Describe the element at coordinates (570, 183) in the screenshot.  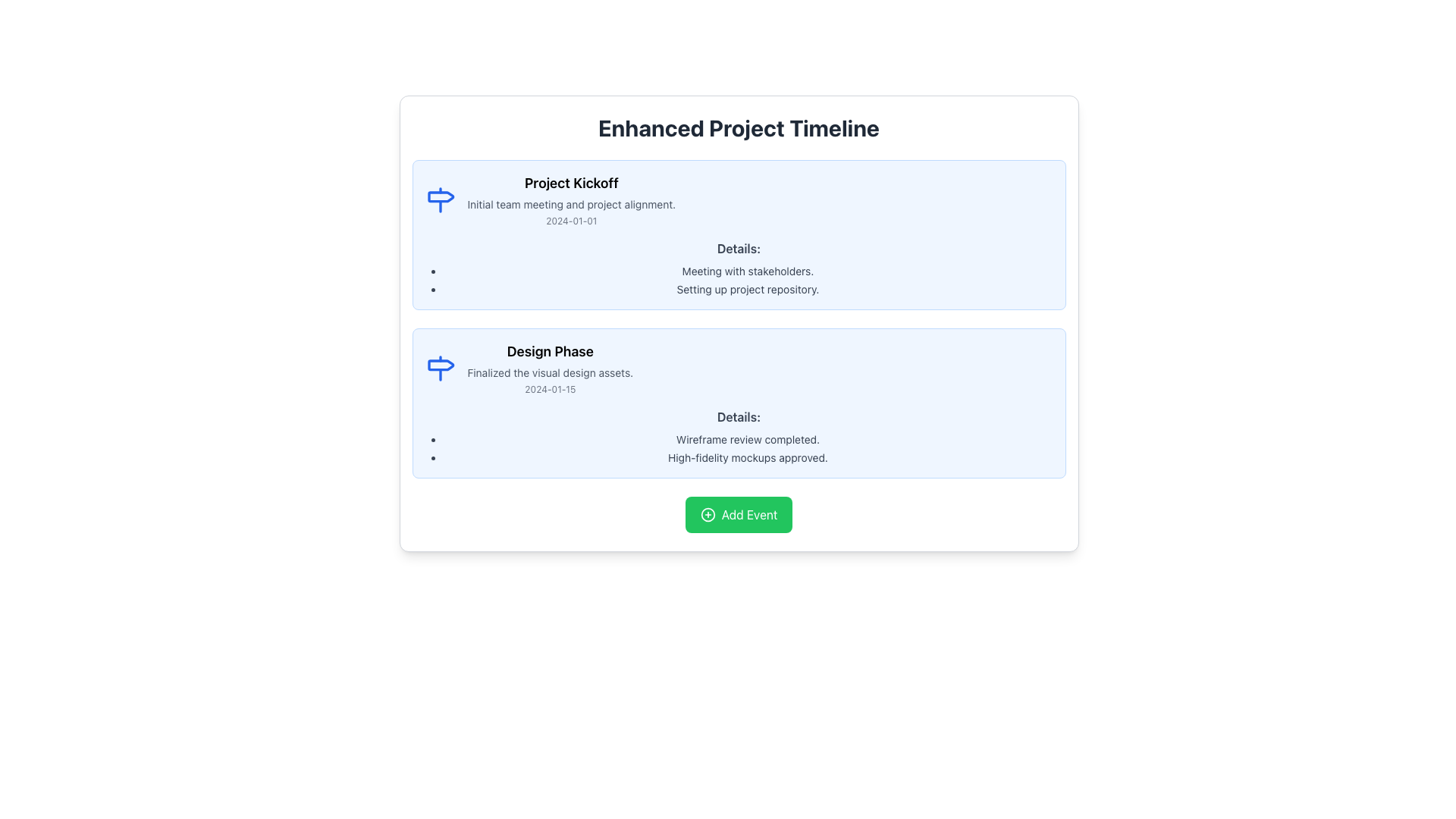
I see `the Text Label that serves as a descriptive title for the project phase displayed in the upper section of the card layout` at that location.